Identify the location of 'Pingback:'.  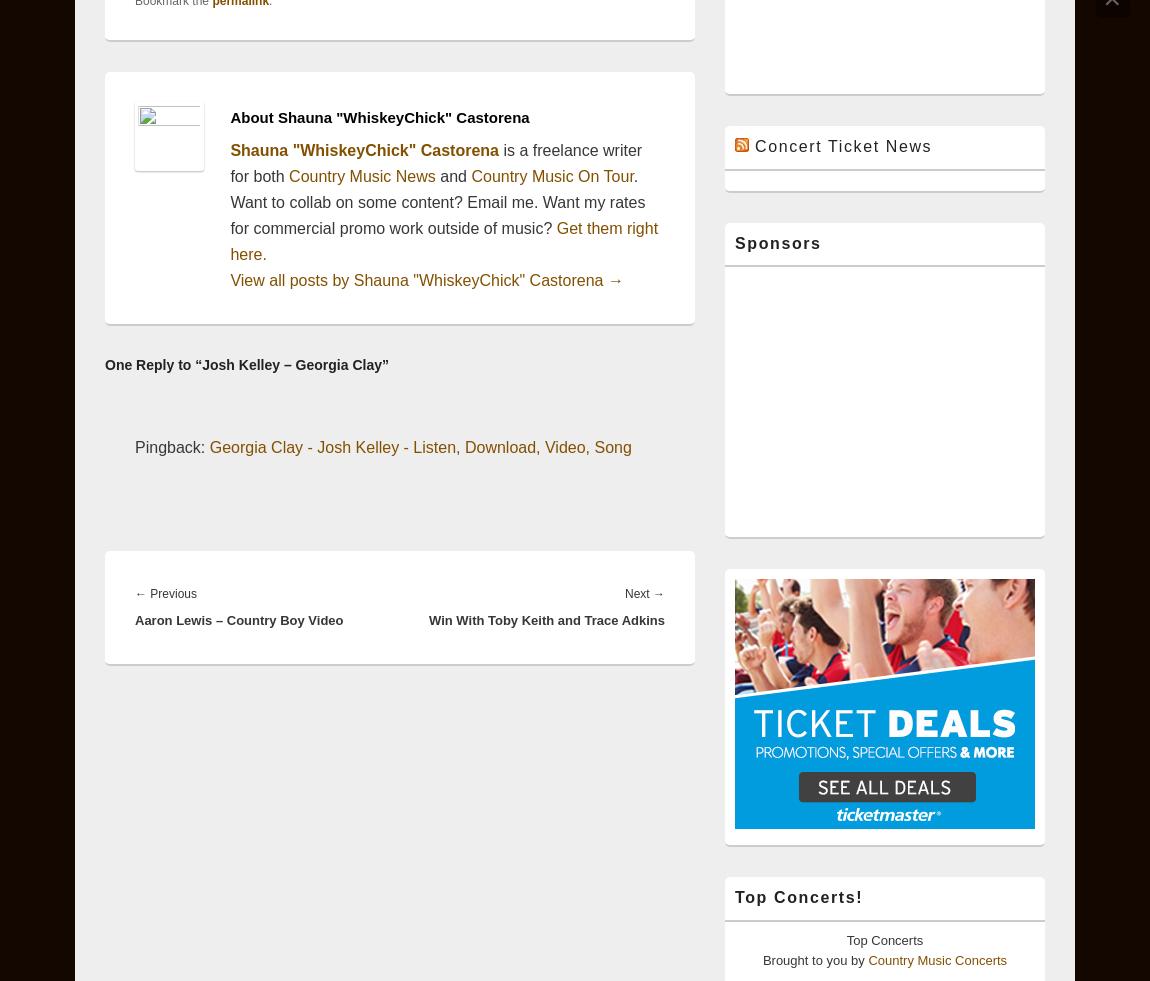
(171, 446).